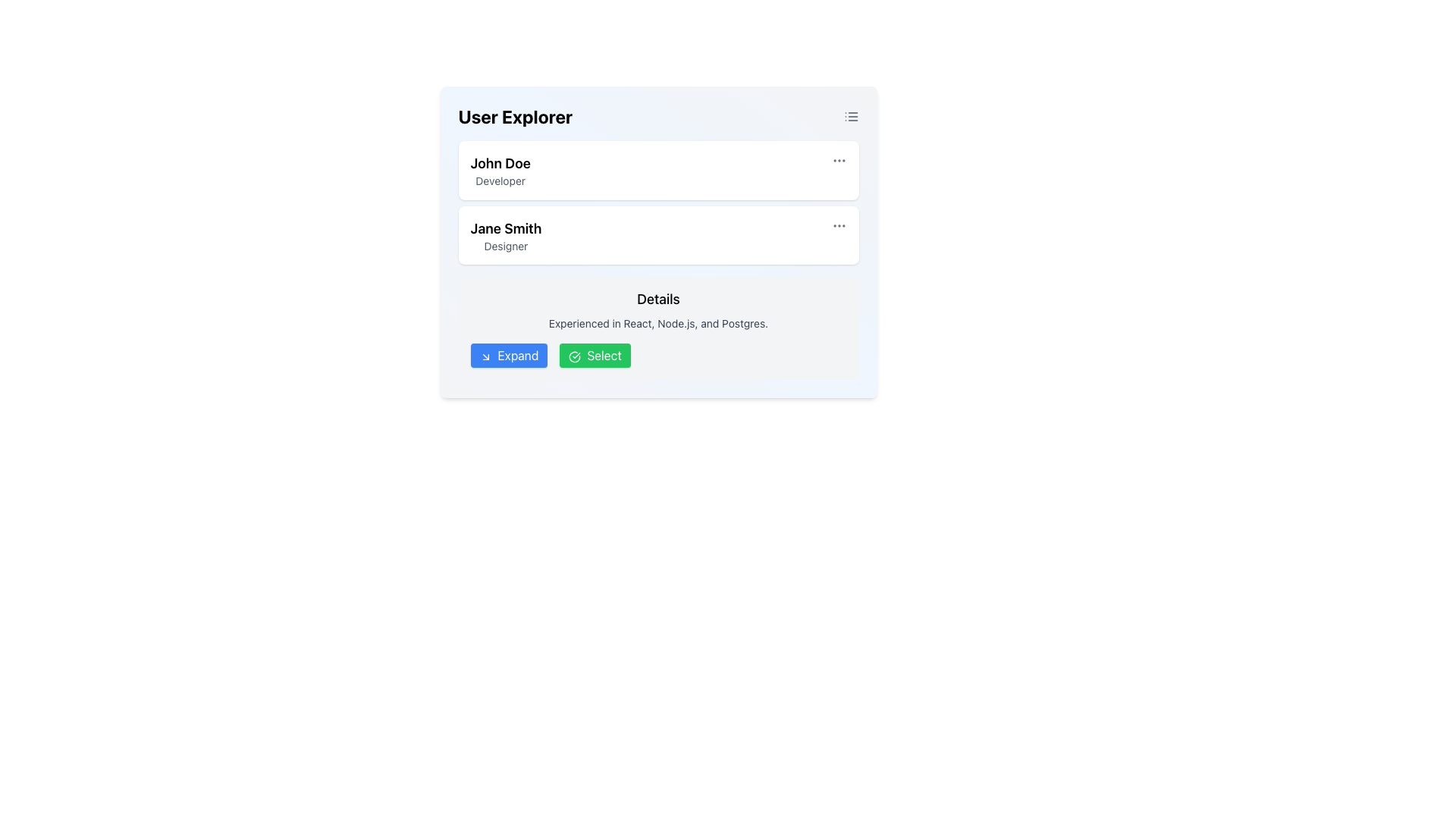 This screenshot has height=819, width=1456. What do you see at coordinates (658, 299) in the screenshot?
I see `the text element labeled 'Details', which is displayed in bold black font and is centrally located below 'User Explorer' and above smaller descriptive text regarding technical skills` at bounding box center [658, 299].